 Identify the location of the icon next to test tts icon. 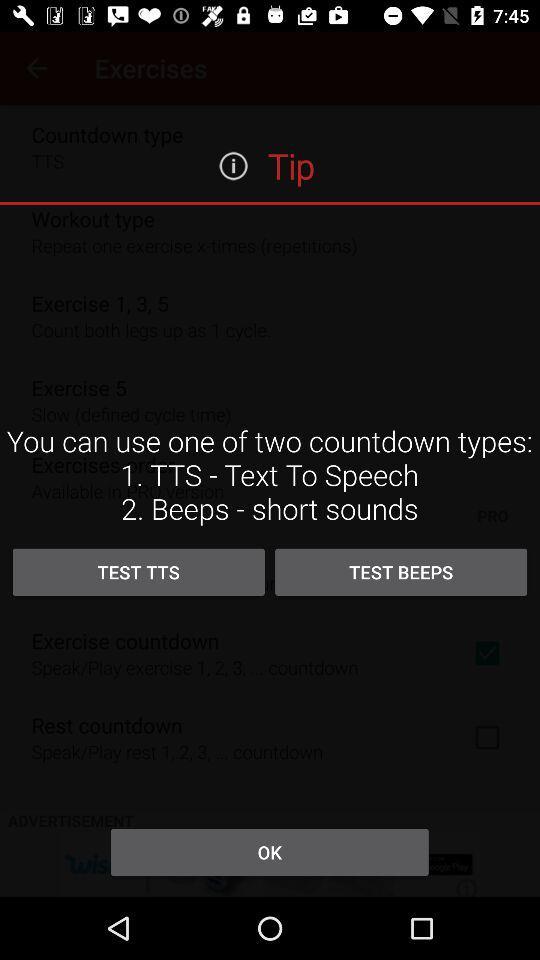
(401, 572).